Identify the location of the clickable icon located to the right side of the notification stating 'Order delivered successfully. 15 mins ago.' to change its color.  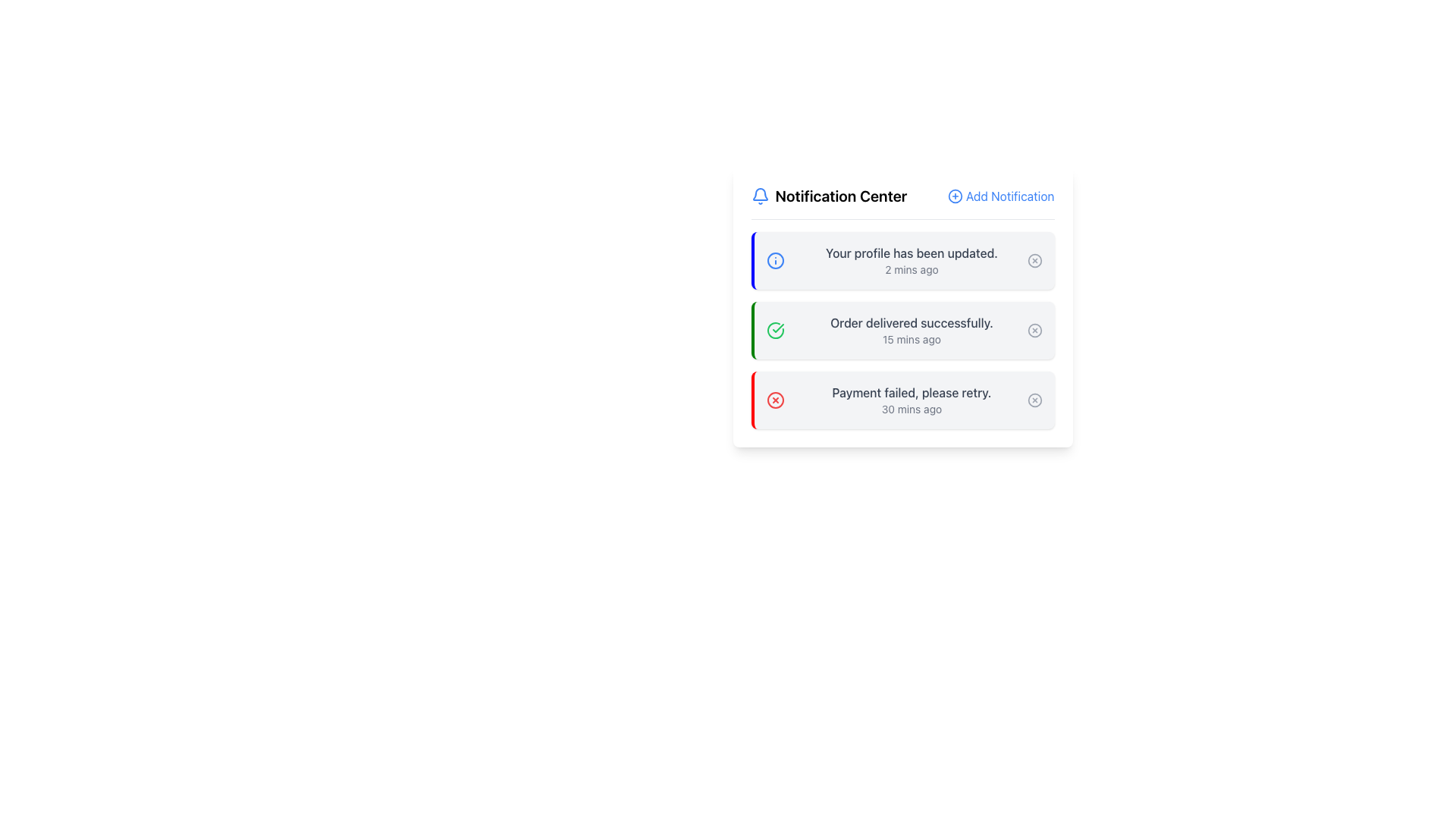
(1034, 329).